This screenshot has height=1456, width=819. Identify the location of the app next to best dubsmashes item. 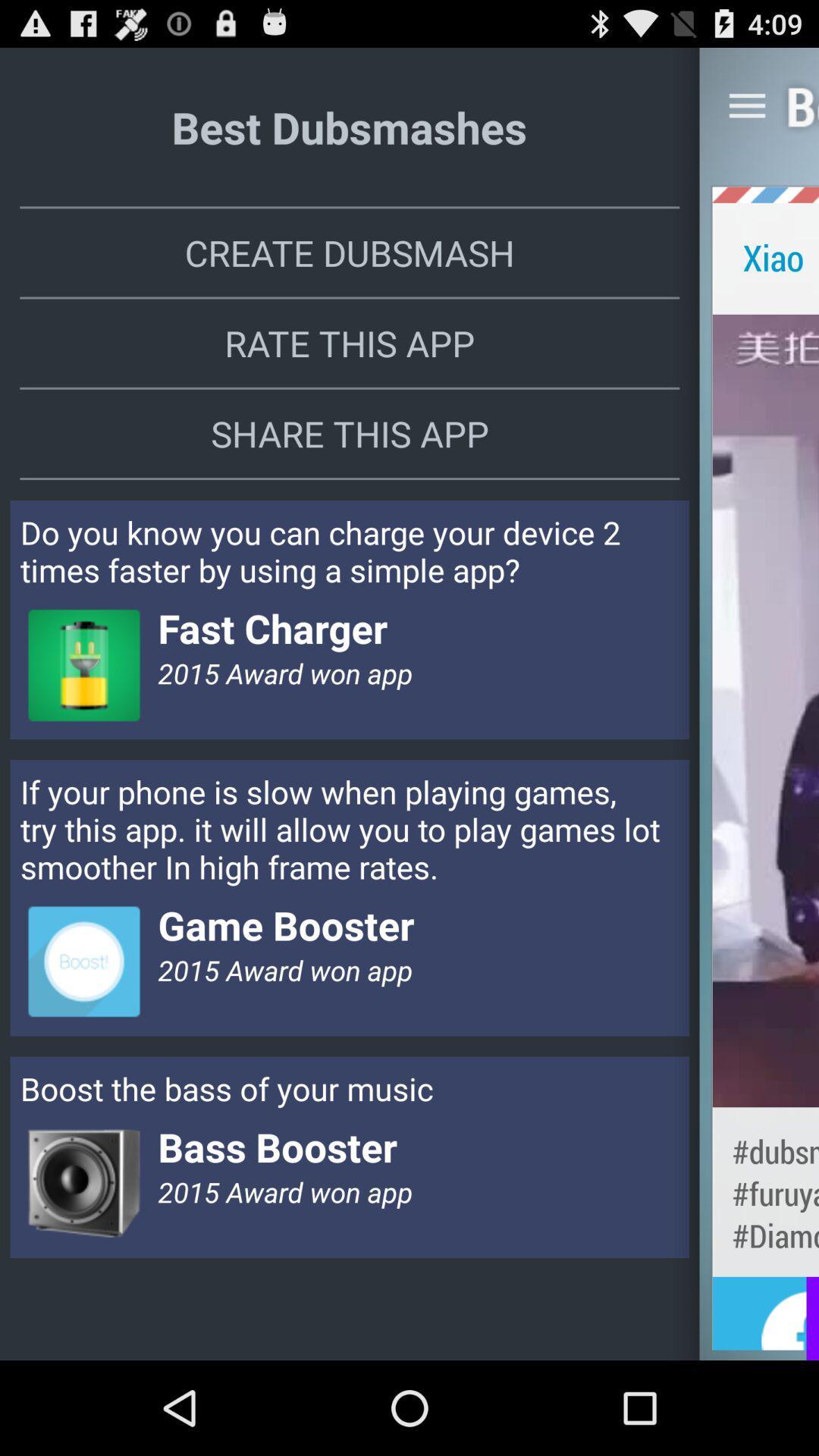
(746, 105).